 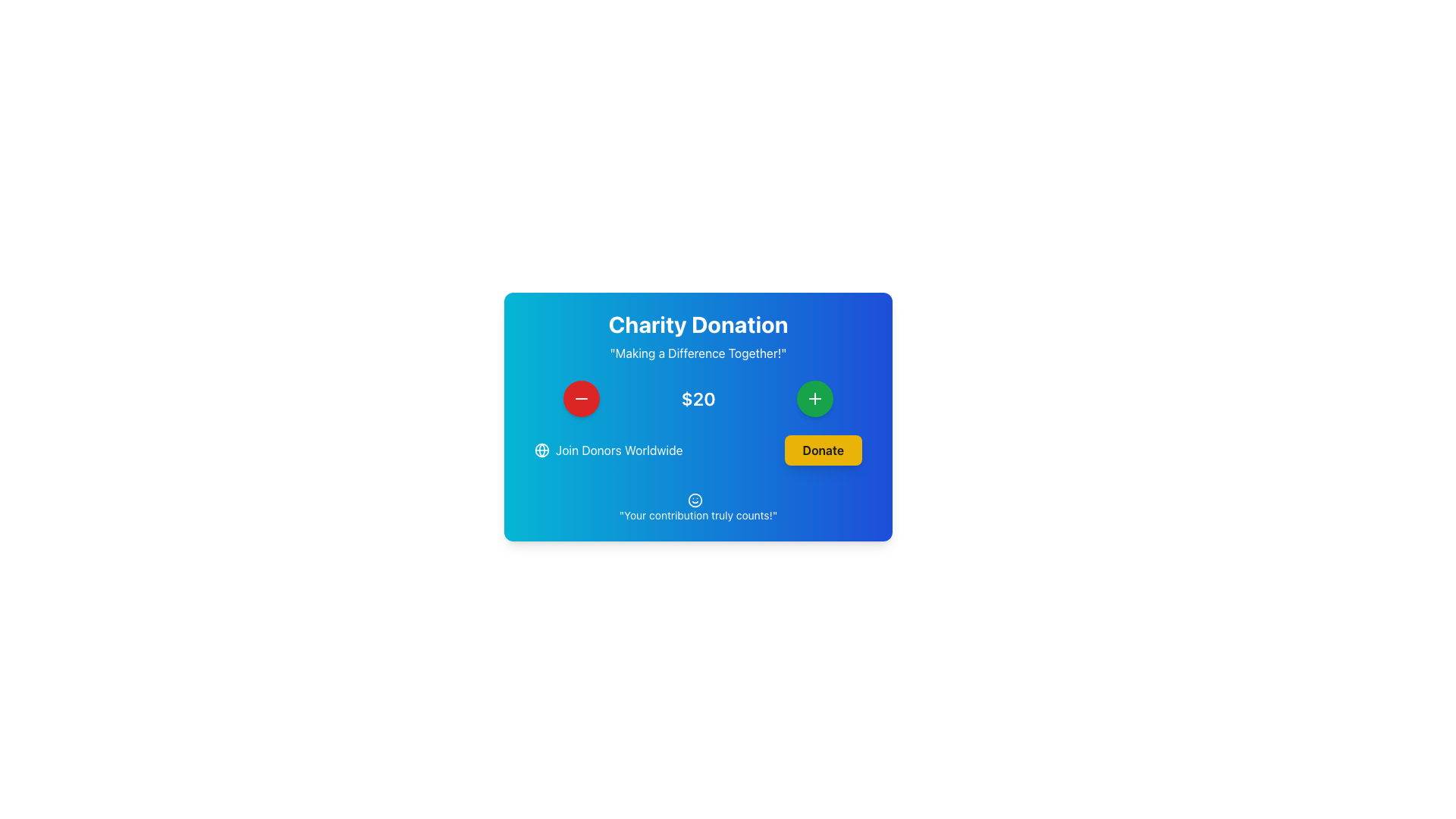 I want to click on the text display that reads 'Making a Difference Together!' which is centrally positioned below the text 'Charity Donation' on a blue background, so click(x=698, y=353).